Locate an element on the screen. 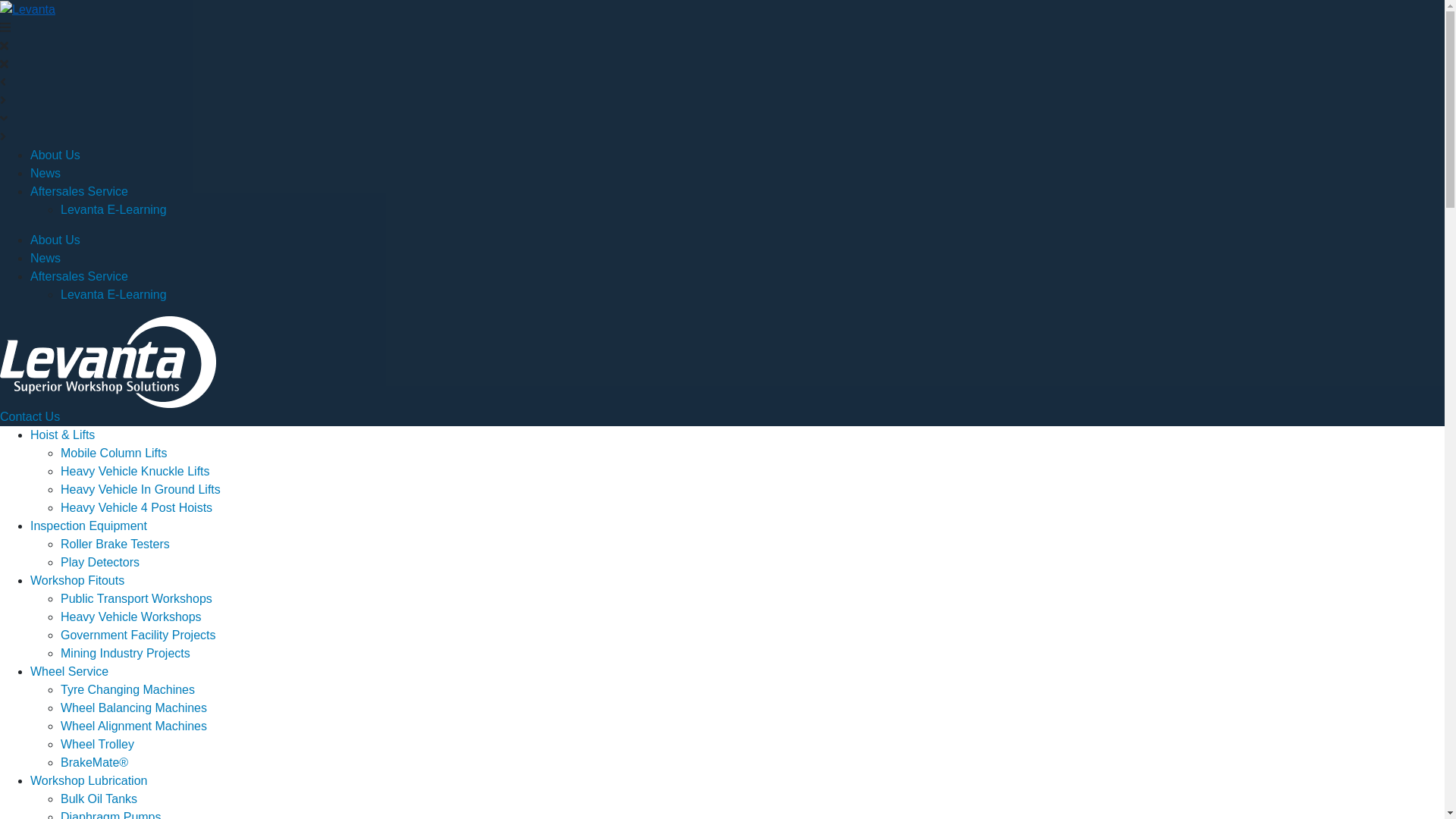 The image size is (1456, 819). 'Aftersales Service' is located at coordinates (78, 276).